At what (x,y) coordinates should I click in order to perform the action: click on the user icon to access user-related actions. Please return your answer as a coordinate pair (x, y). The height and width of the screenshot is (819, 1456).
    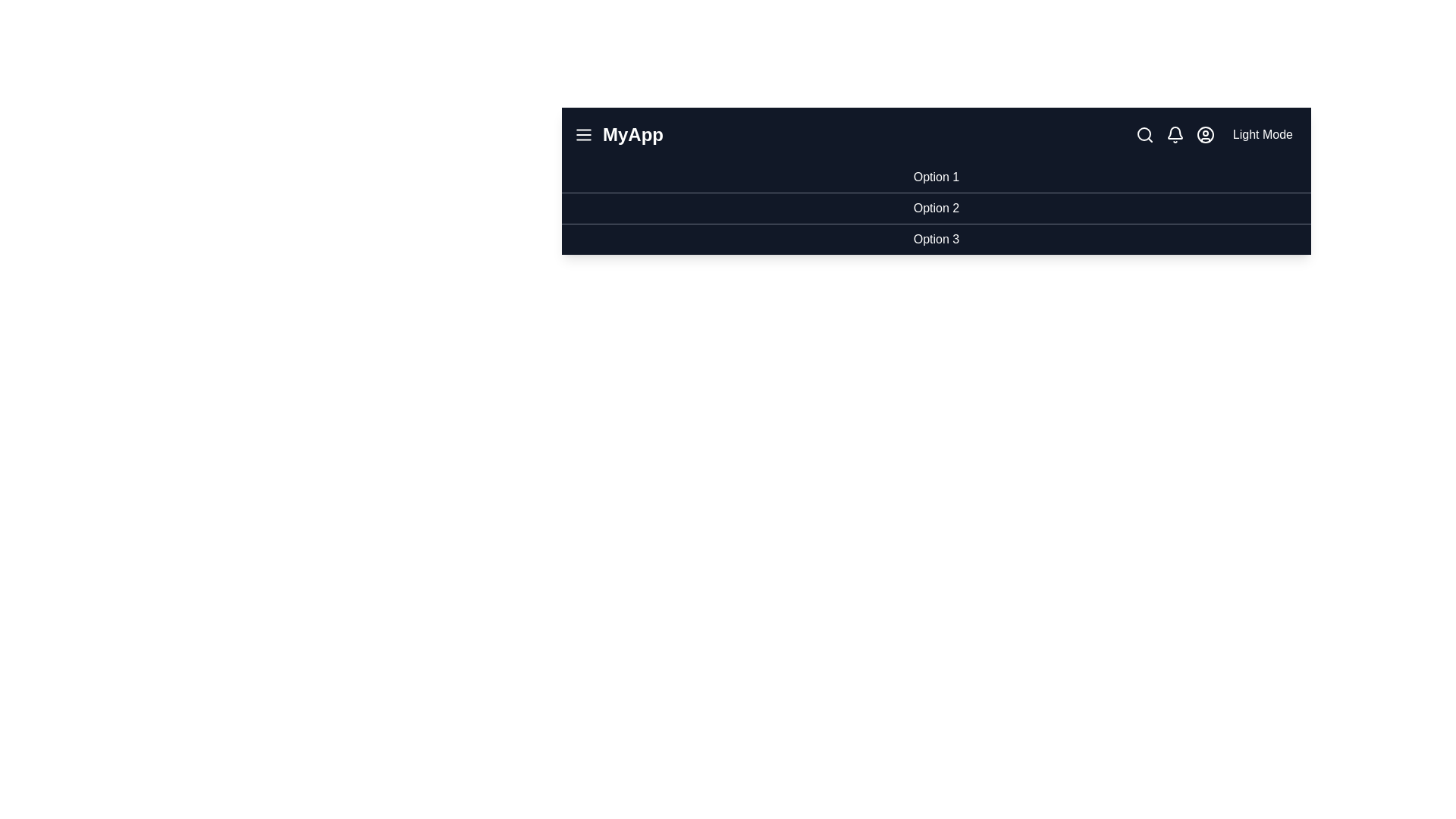
    Looking at the image, I should click on (1204, 133).